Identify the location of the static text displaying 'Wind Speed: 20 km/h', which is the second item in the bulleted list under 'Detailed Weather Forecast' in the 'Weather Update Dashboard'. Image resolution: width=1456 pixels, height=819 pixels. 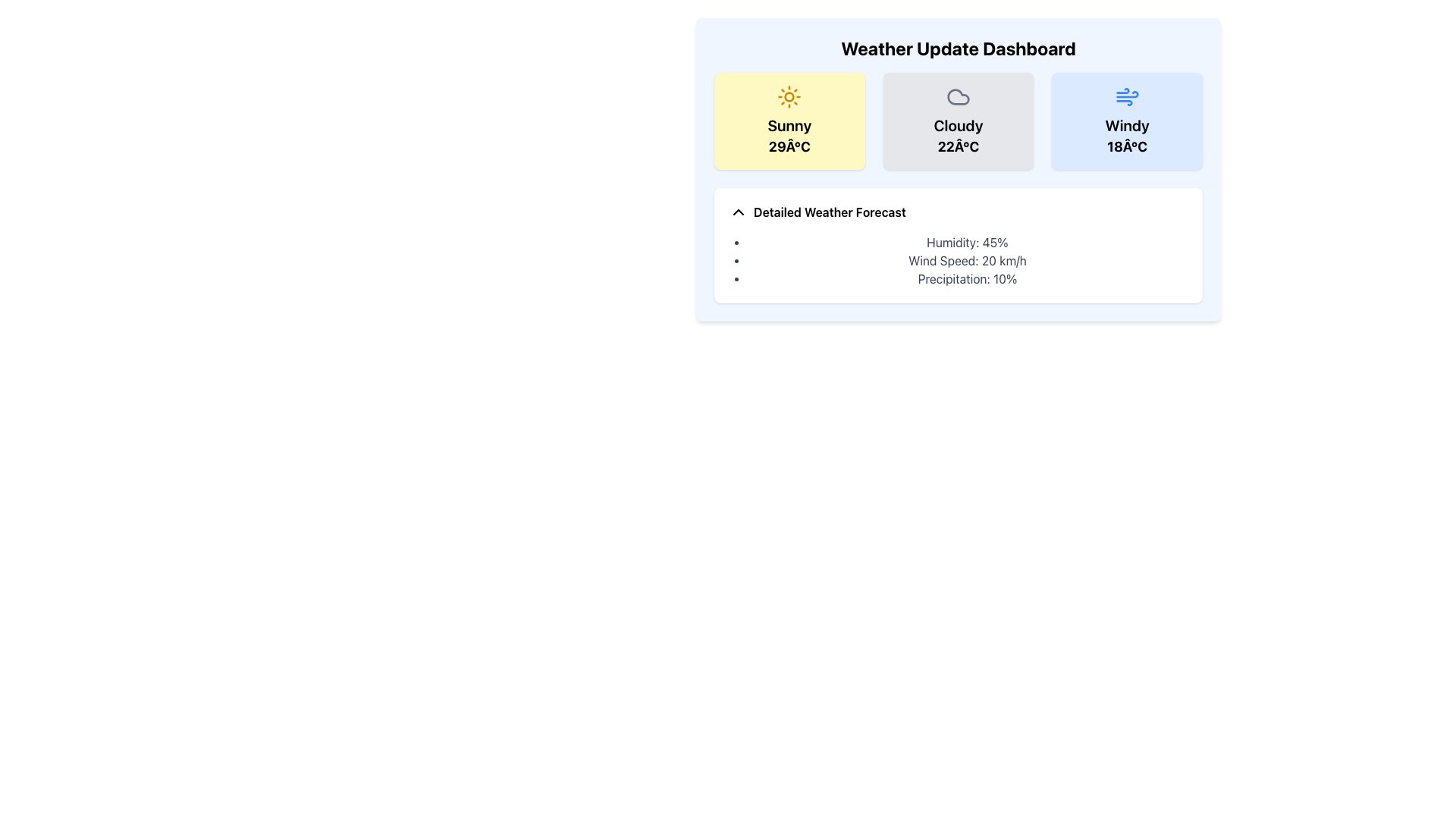
(967, 259).